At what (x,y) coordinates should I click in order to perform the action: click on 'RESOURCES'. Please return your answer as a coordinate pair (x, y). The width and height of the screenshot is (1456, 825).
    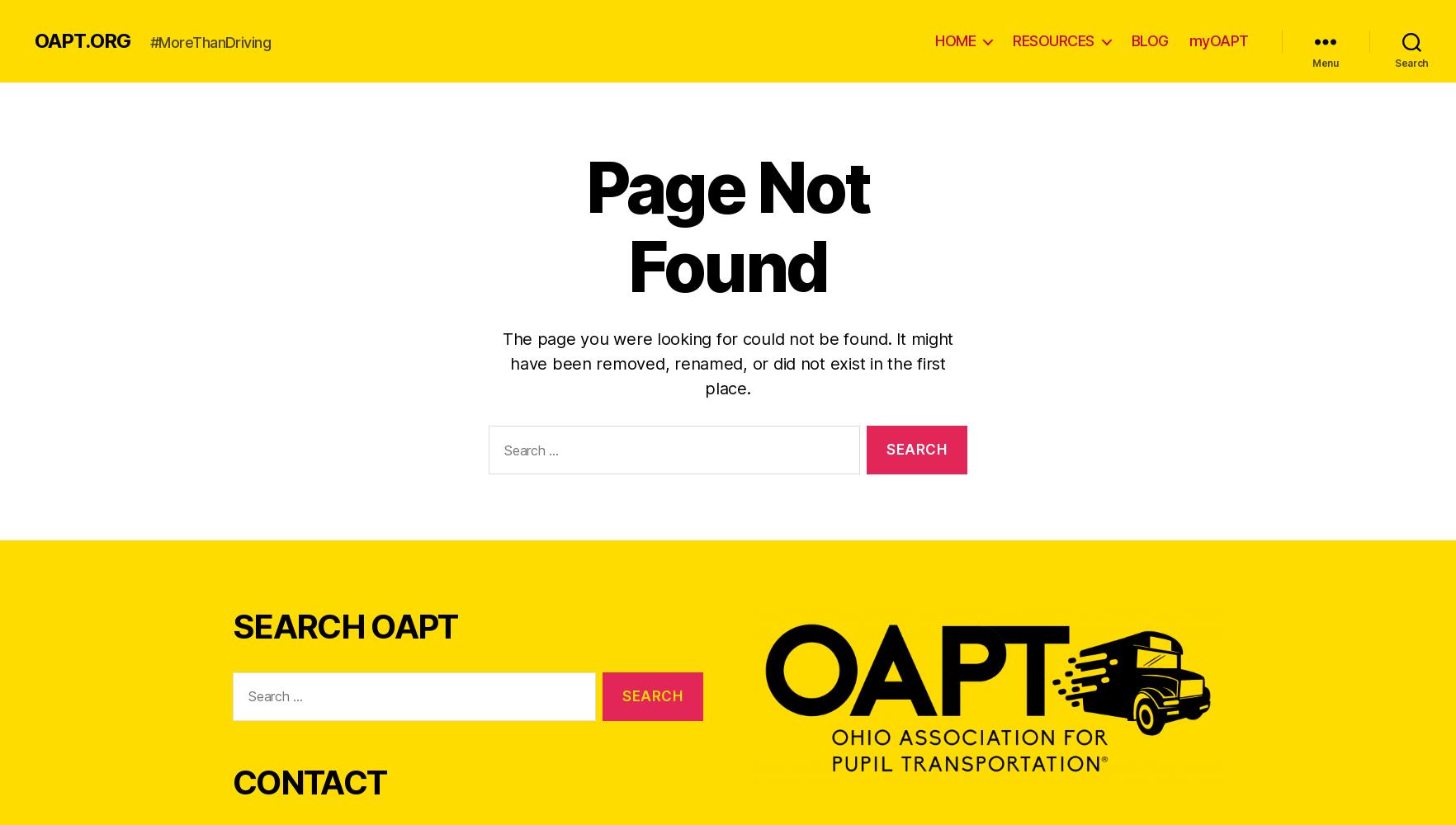
    Looking at the image, I should click on (1053, 40).